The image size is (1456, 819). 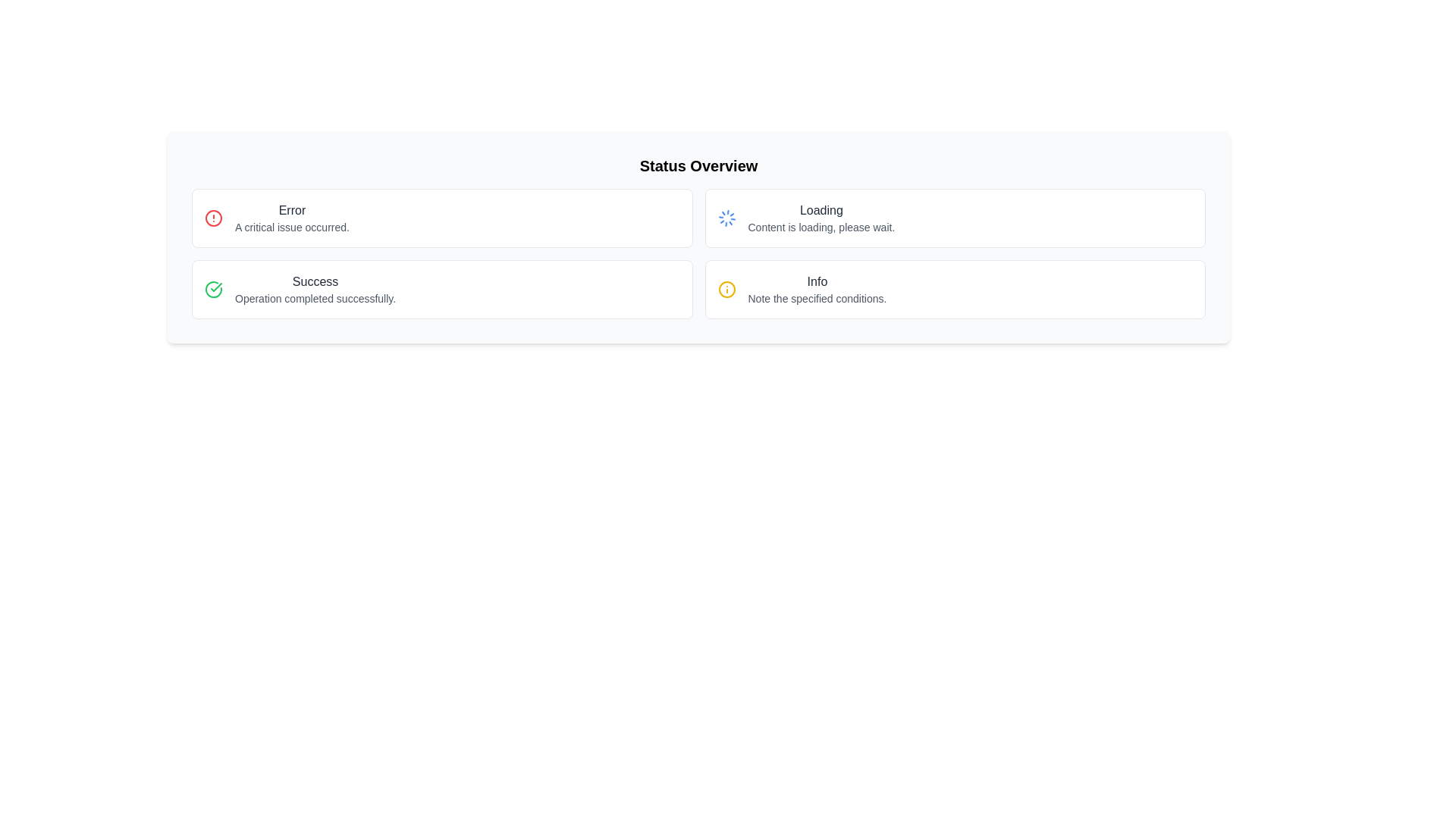 I want to click on the animated loading icon located at the top-right of the status card, which indicates that content is loading and prompts the user to wait, so click(x=726, y=218).